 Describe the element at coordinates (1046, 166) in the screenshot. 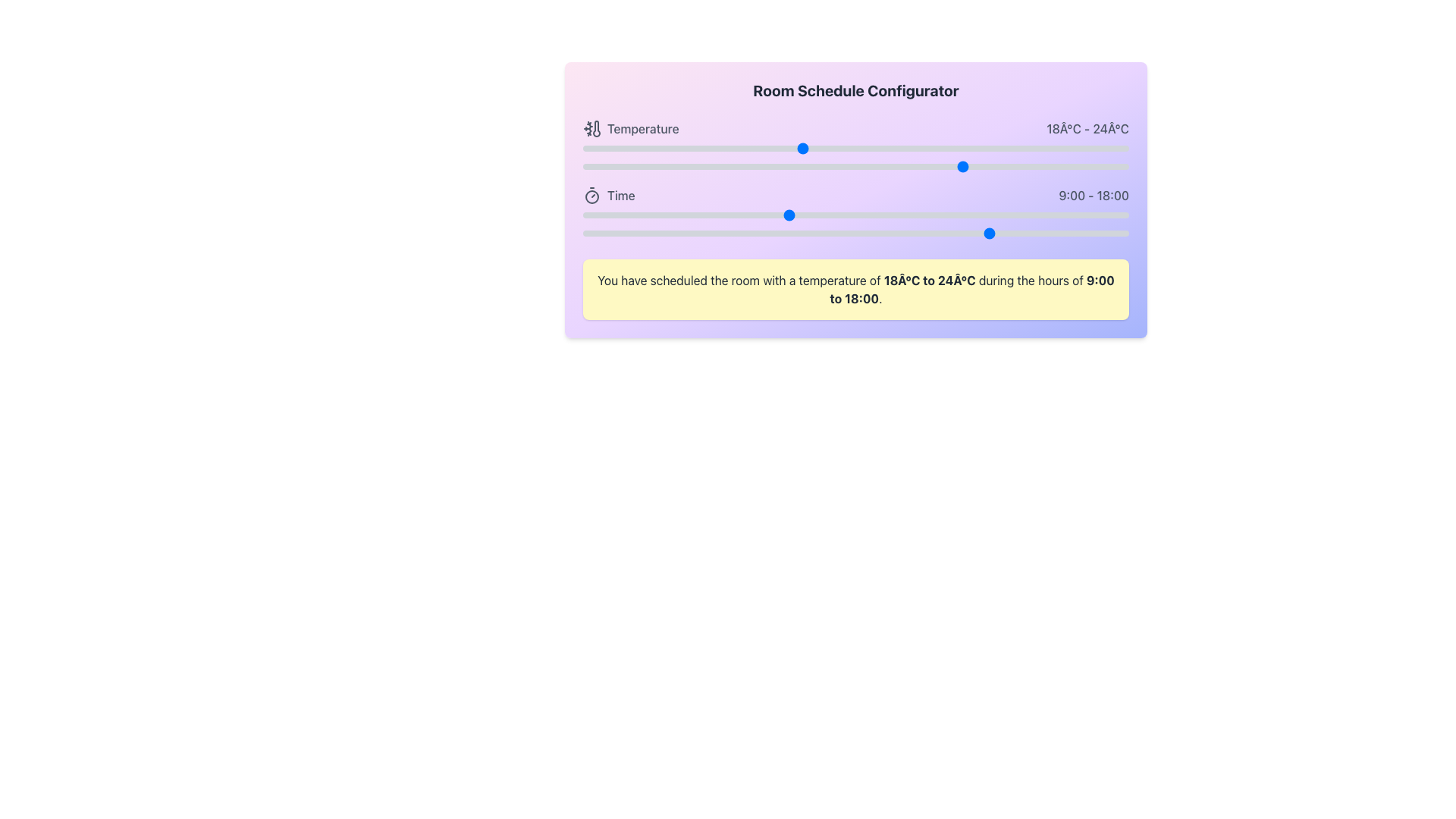

I see `the slider value` at that location.